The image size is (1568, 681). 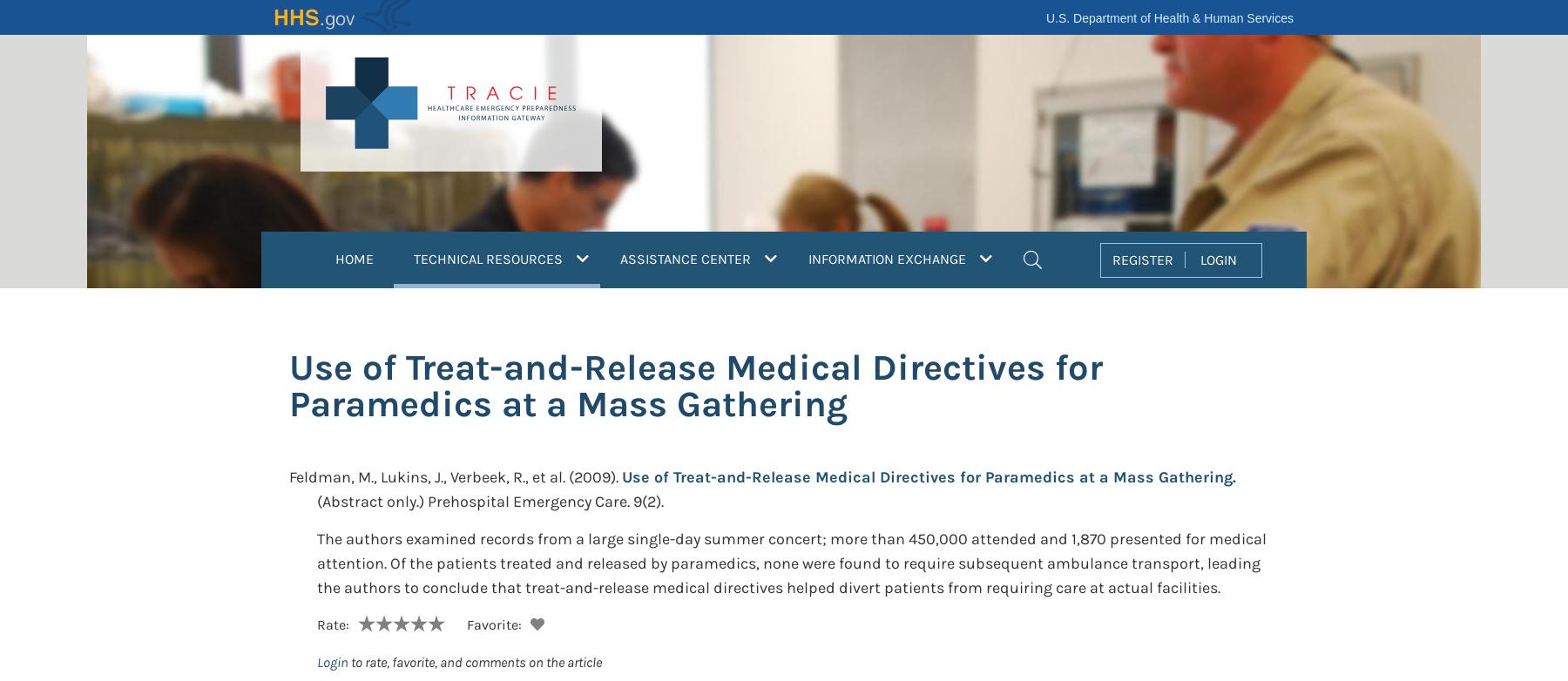 I want to click on 'to rate, favorite, and comments
            on the article', so click(x=474, y=661).